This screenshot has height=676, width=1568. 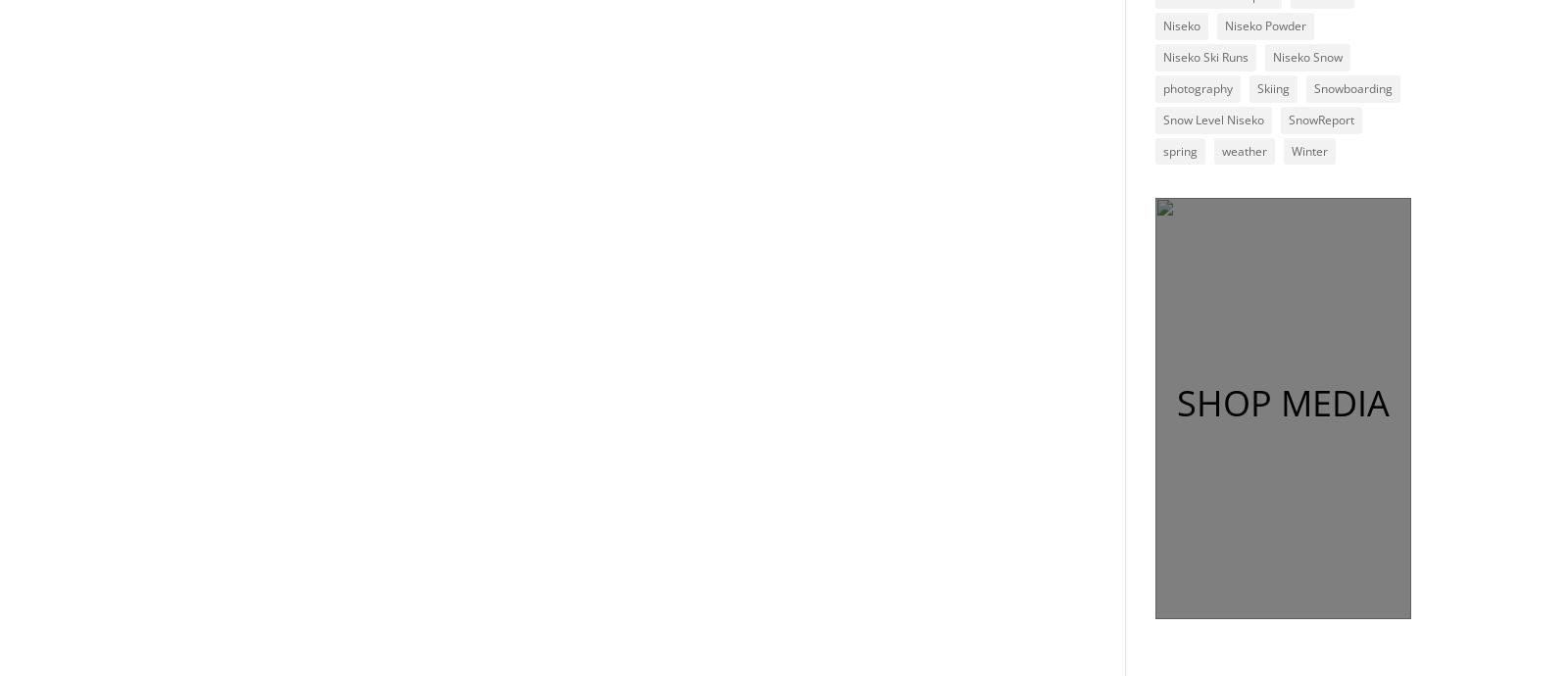 I want to click on 'photography', so click(x=1196, y=87).